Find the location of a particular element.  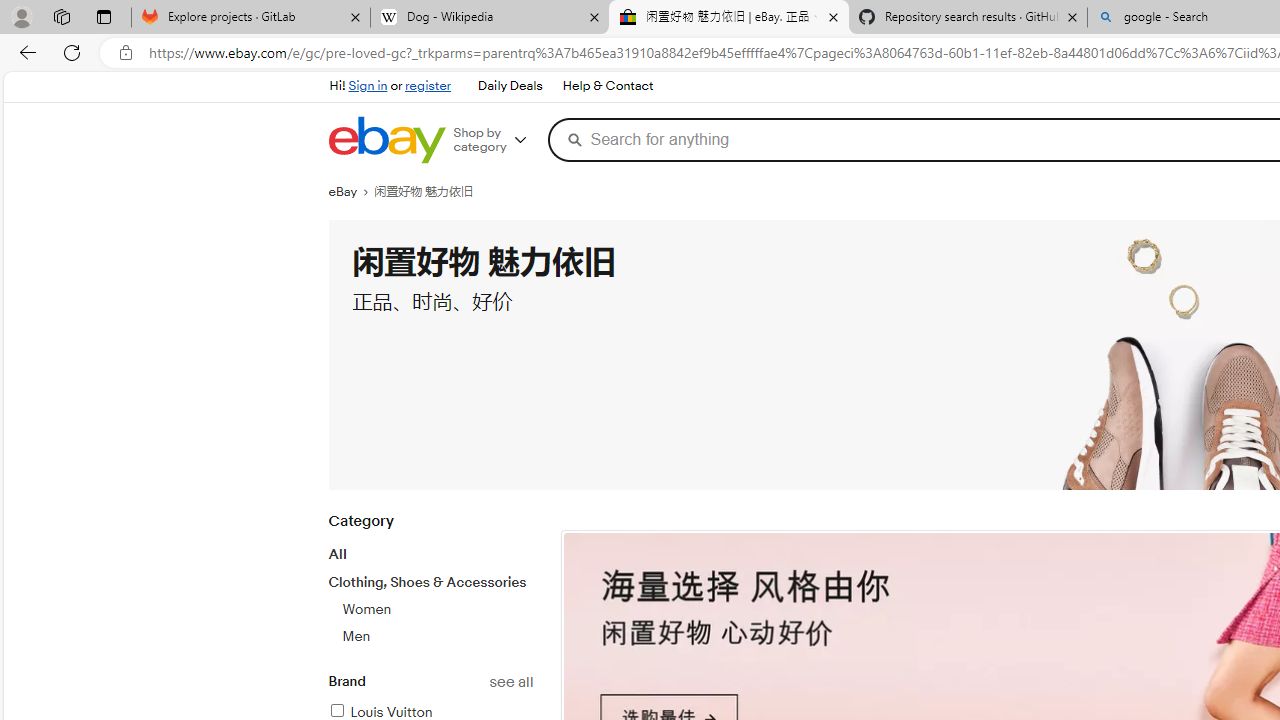

'Dog - Wikipedia' is located at coordinates (490, 17).